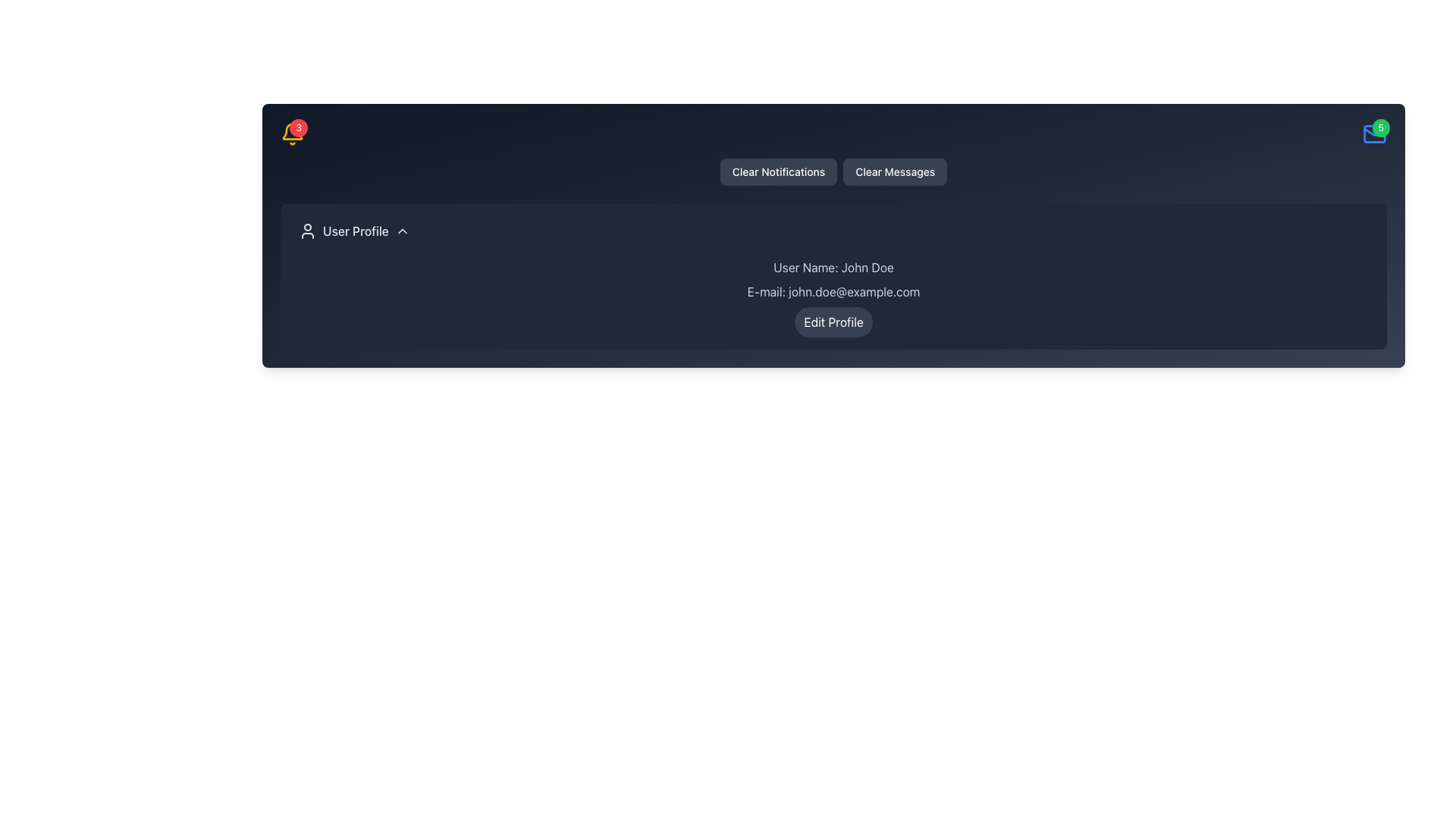 The width and height of the screenshot is (1456, 819). What do you see at coordinates (292, 133) in the screenshot?
I see `number of notifications displayed on the red rounded notification badge showing '3', located at the top-right corner of the yellow bell icon` at bounding box center [292, 133].